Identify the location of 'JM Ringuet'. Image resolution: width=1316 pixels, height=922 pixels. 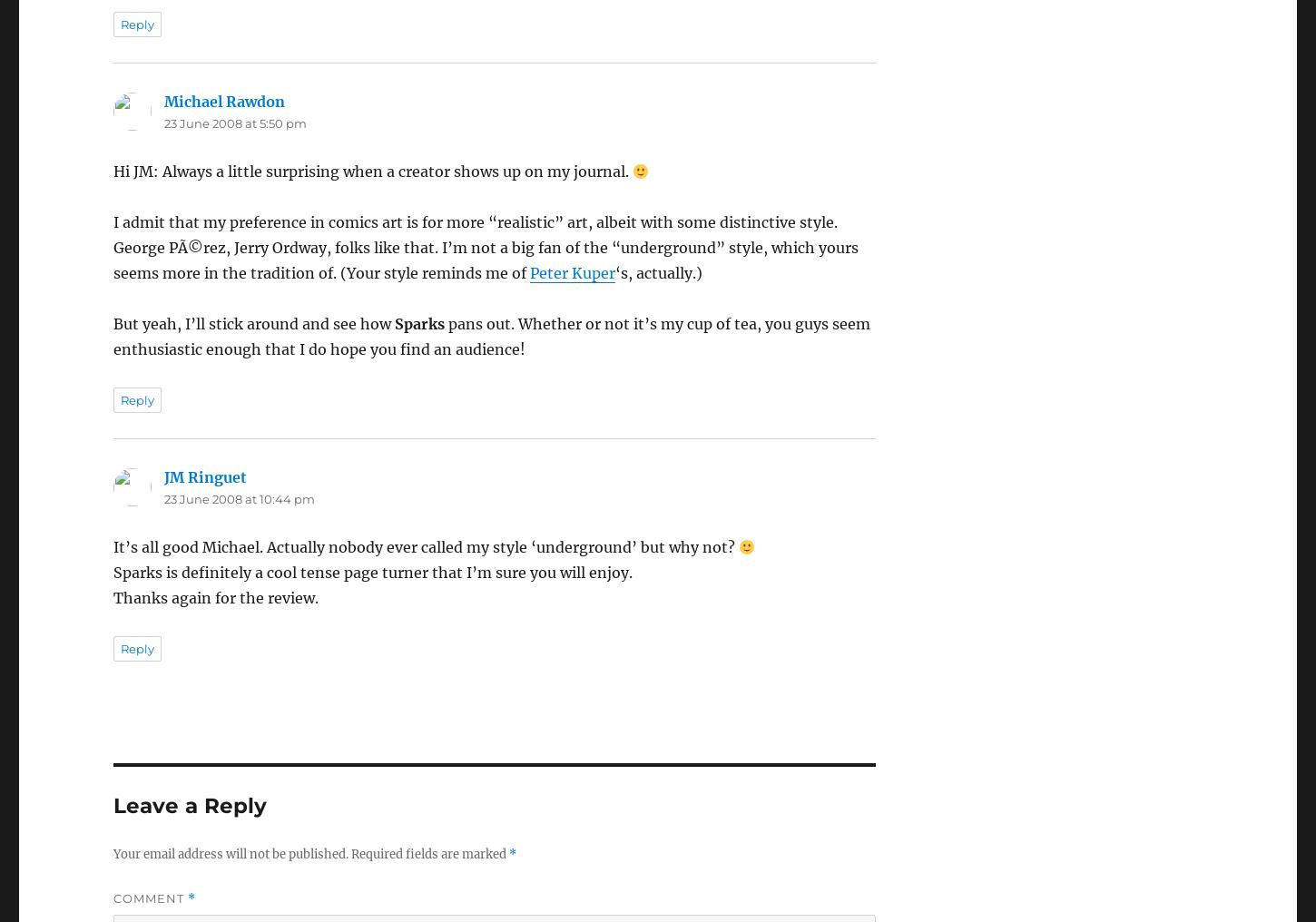
(204, 476).